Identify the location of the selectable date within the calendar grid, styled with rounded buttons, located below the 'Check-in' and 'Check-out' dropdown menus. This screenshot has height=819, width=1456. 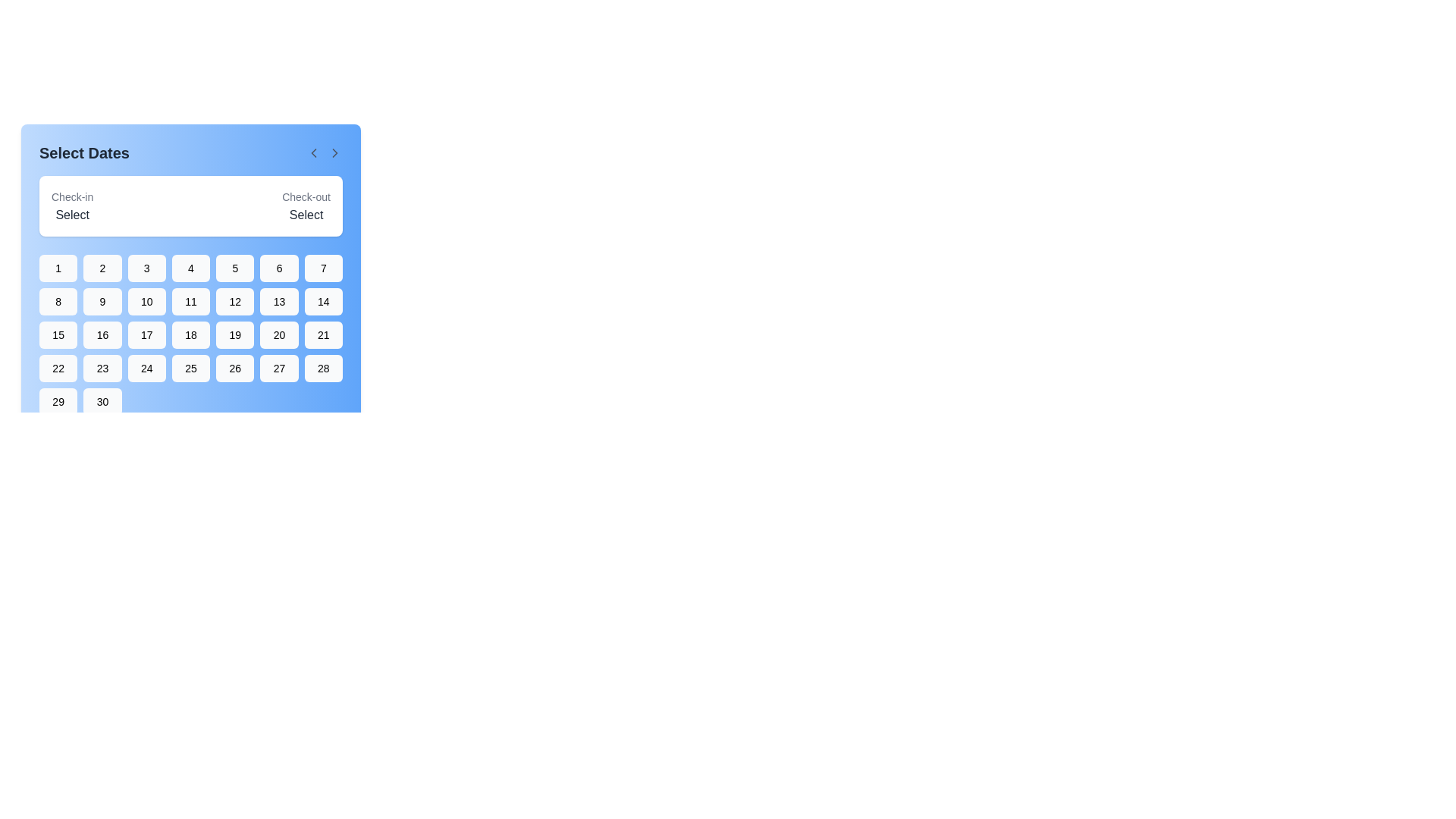
(190, 278).